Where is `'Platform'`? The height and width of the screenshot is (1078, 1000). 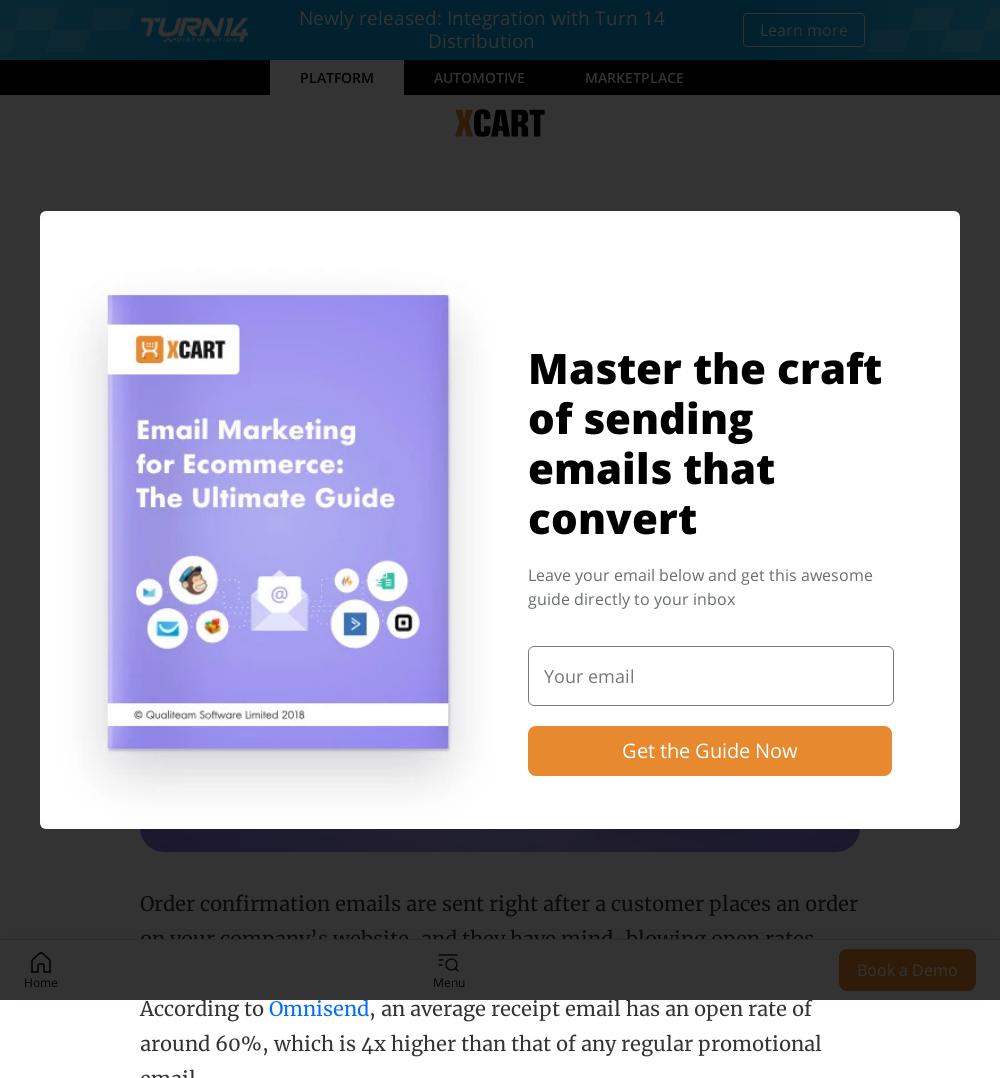 'Platform' is located at coordinates (336, 76).